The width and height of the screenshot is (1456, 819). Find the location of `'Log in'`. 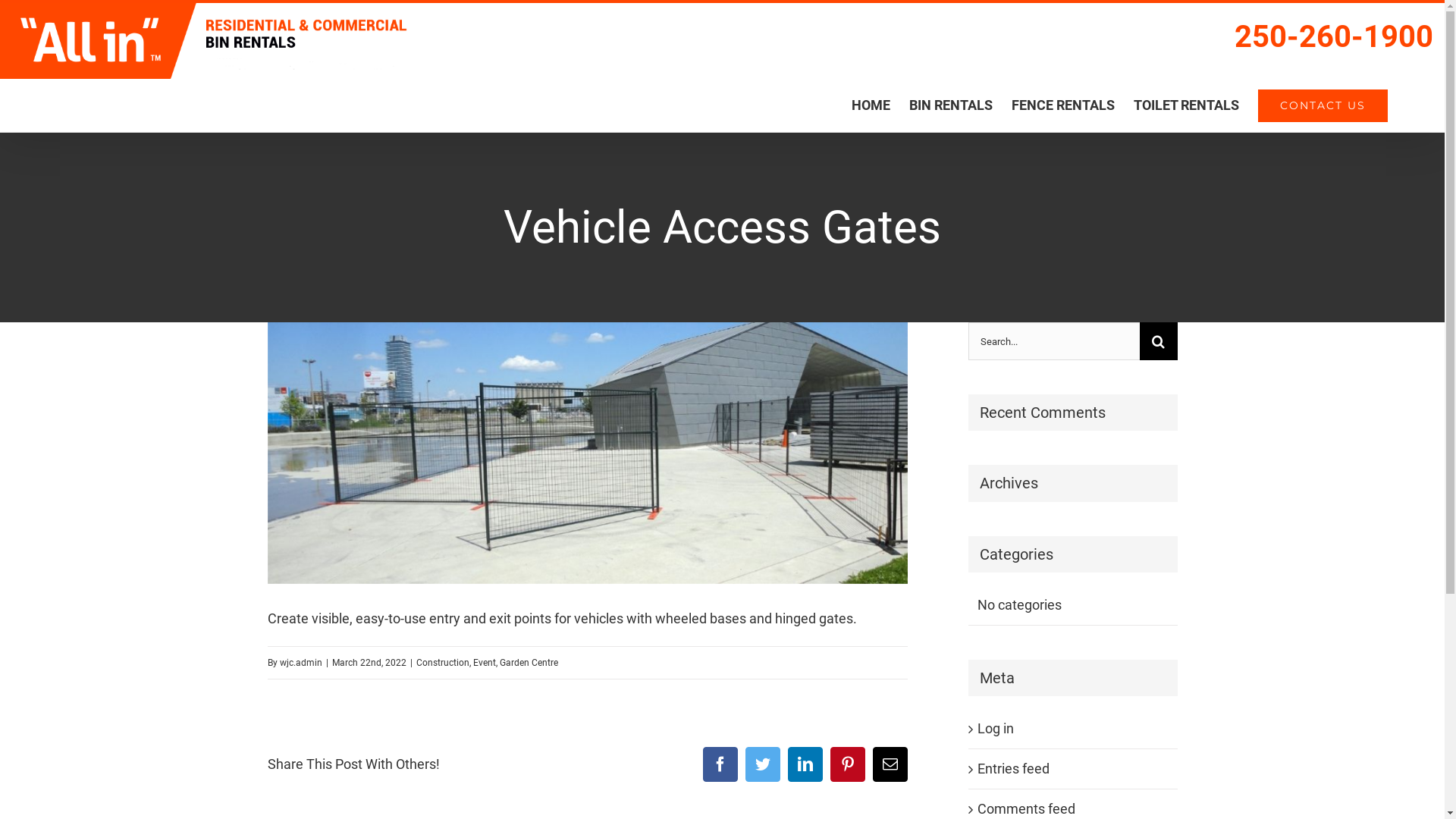

'Log in' is located at coordinates (994, 727).